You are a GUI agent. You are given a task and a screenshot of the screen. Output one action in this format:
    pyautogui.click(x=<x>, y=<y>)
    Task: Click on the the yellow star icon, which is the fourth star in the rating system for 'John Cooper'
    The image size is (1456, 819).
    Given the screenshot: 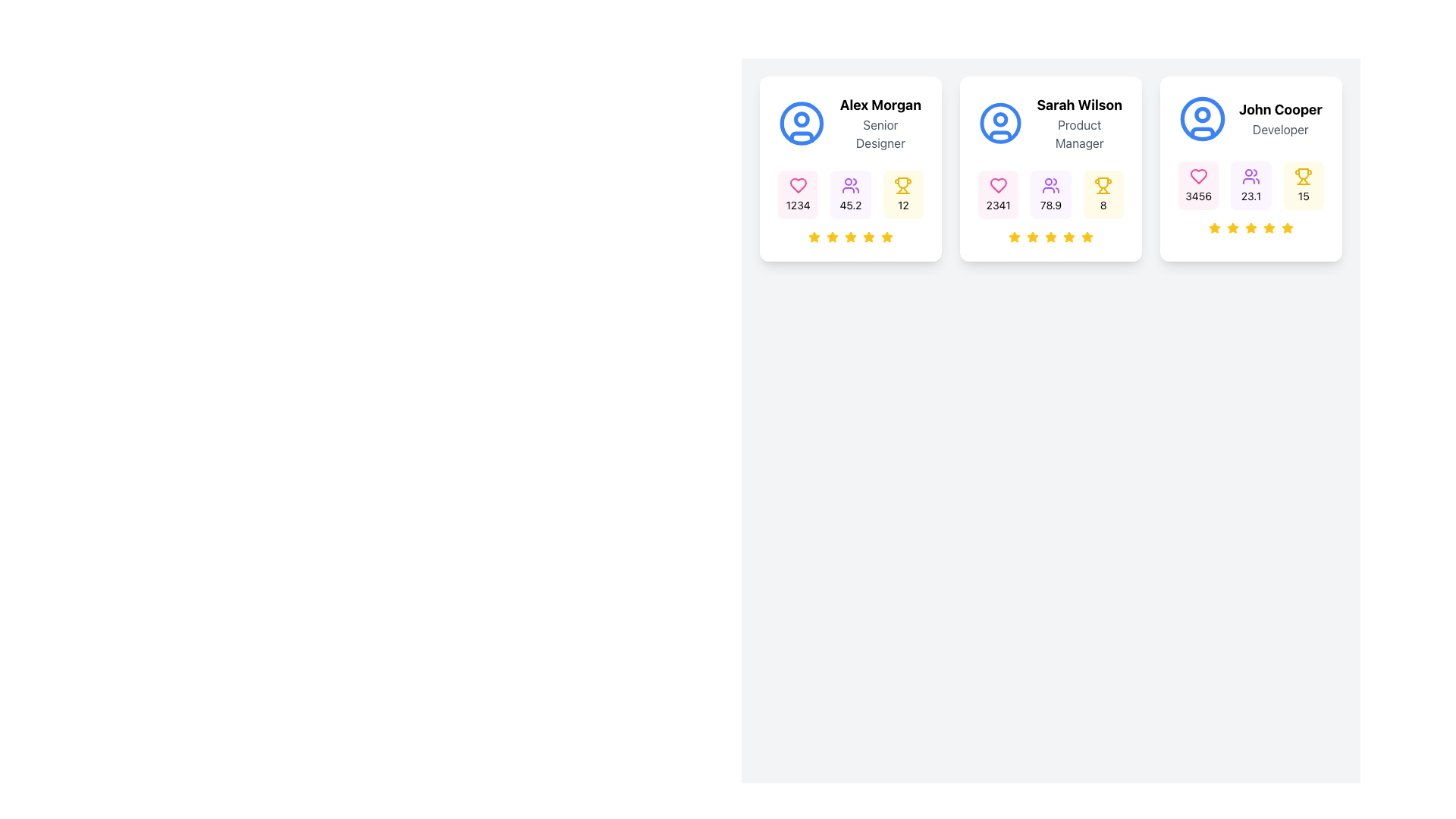 What is the action you would take?
    pyautogui.click(x=1251, y=227)
    